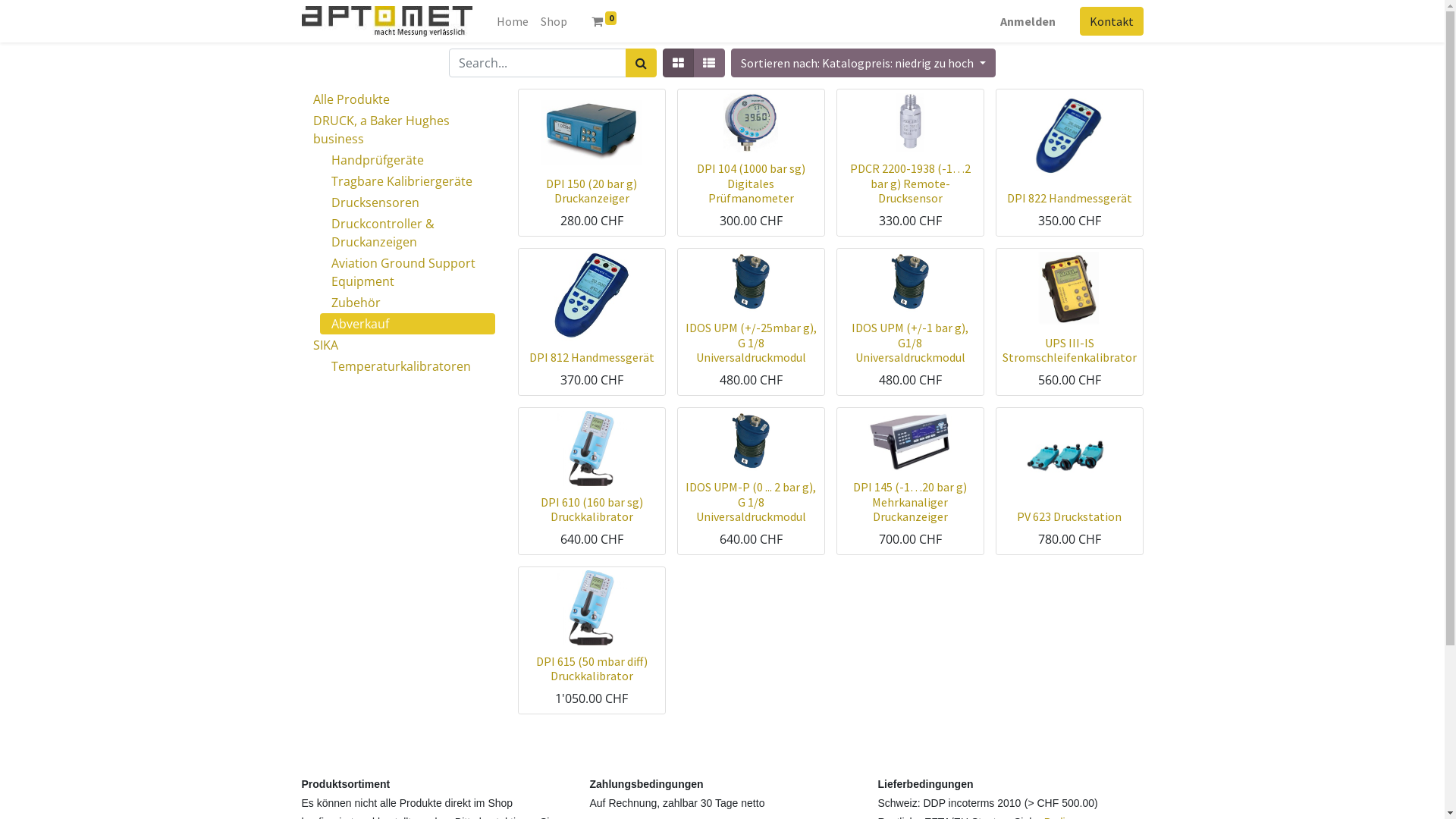 This screenshot has width=1456, height=819. Describe the element at coordinates (1068, 350) in the screenshot. I see `'UPS III-IS Stromschleifenkalibrator'` at that location.